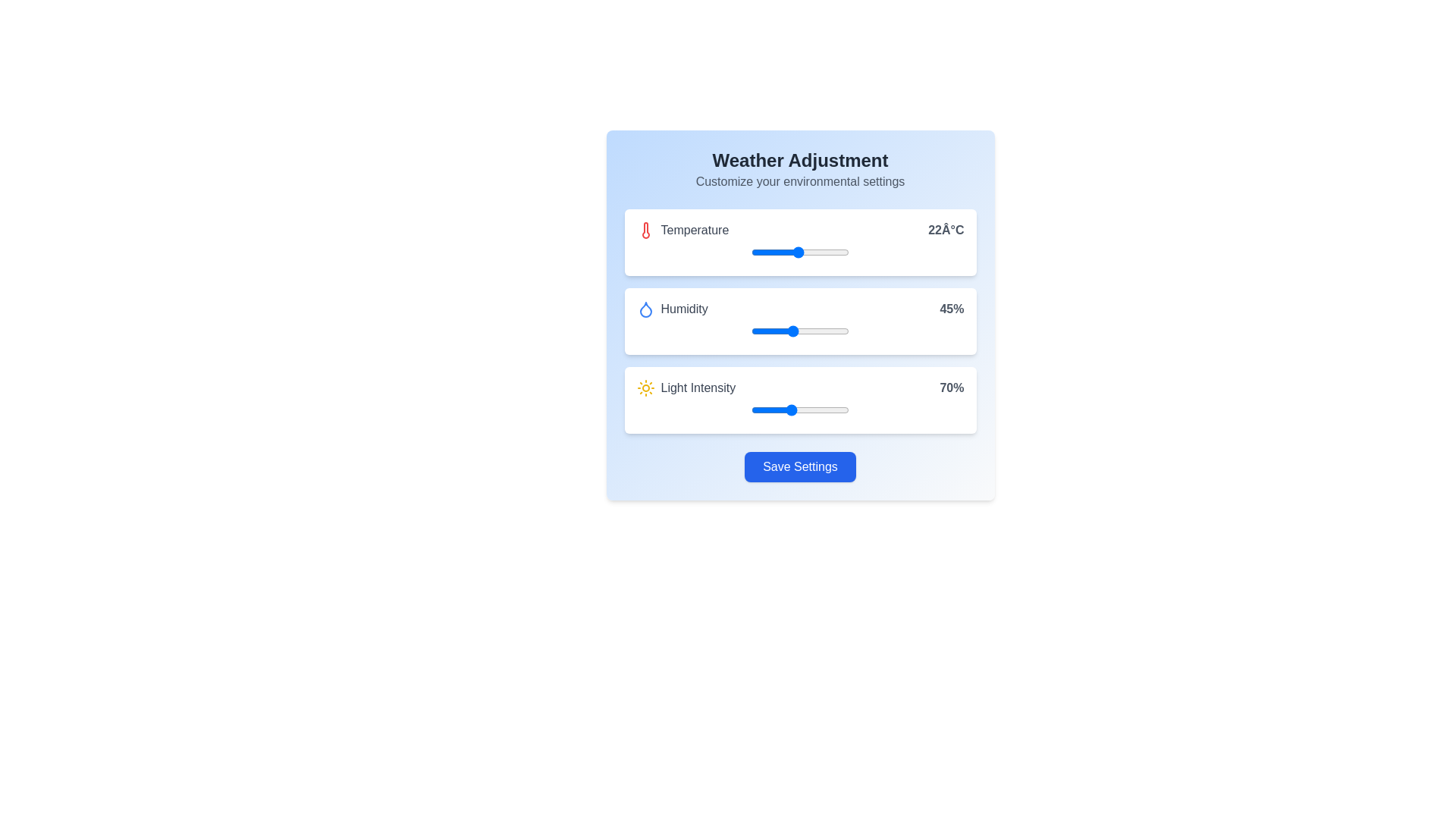 The height and width of the screenshot is (819, 1456). Describe the element at coordinates (751, 251) in the screenshot. I see `the temperature slider` at that location.